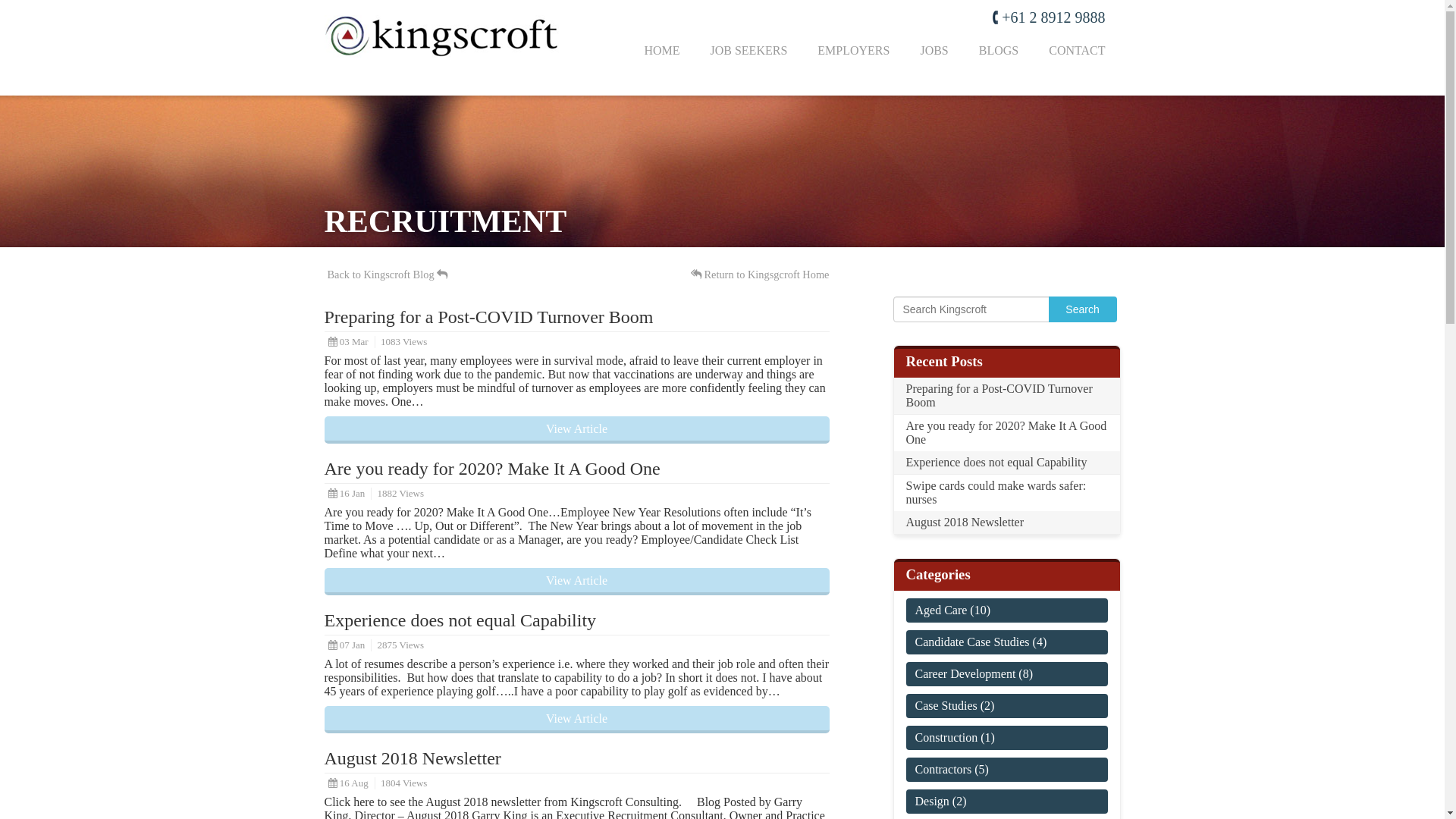 The width and height of the screenshot is (1456, 819). What do you see at coordinates (942, 769) in the screenshot?
I see `'Contractors'` at bounding box center [942, 769].